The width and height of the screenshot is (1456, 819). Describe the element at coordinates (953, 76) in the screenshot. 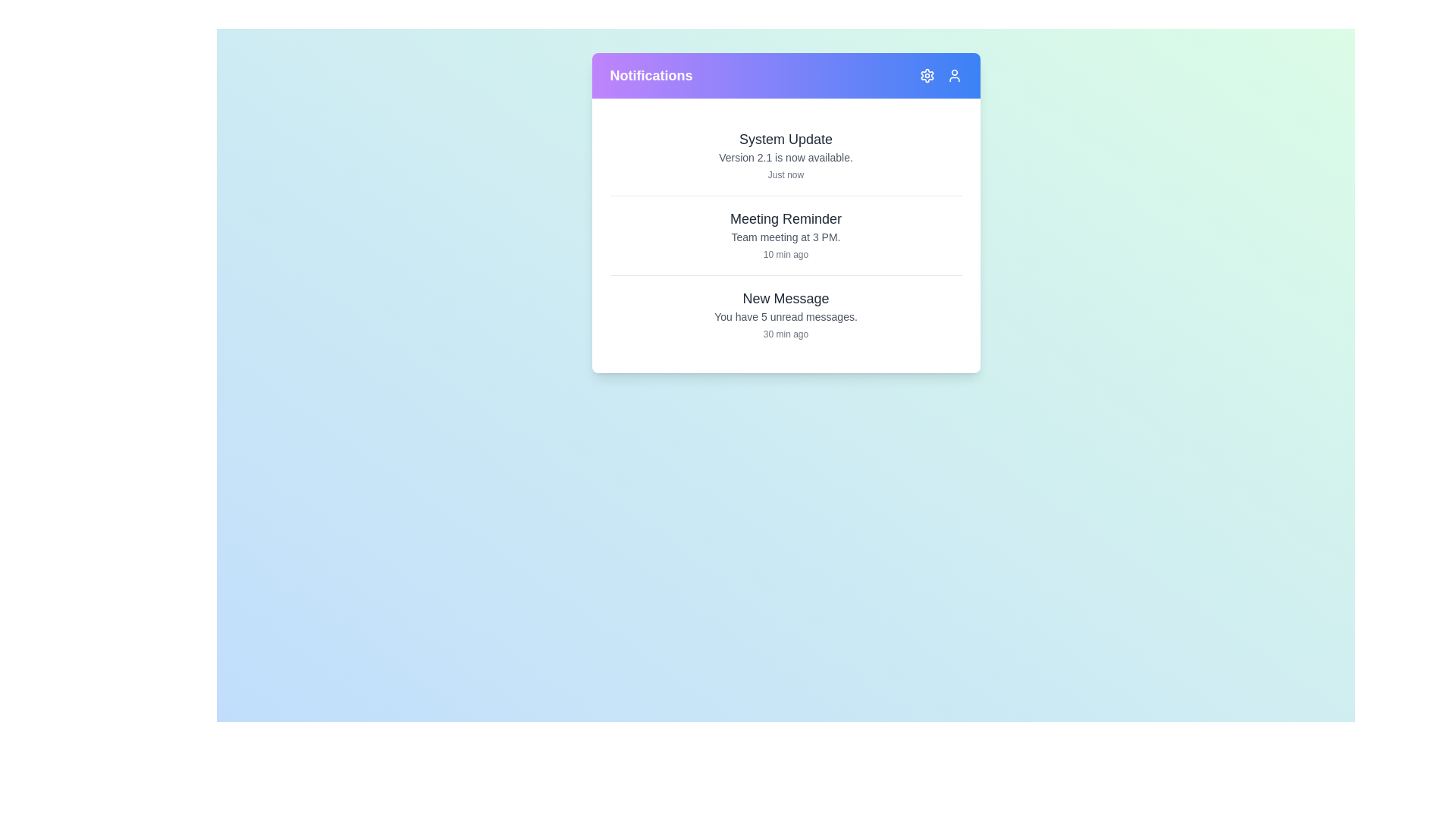

I see `the user profile icon to view the user profile` at that location.